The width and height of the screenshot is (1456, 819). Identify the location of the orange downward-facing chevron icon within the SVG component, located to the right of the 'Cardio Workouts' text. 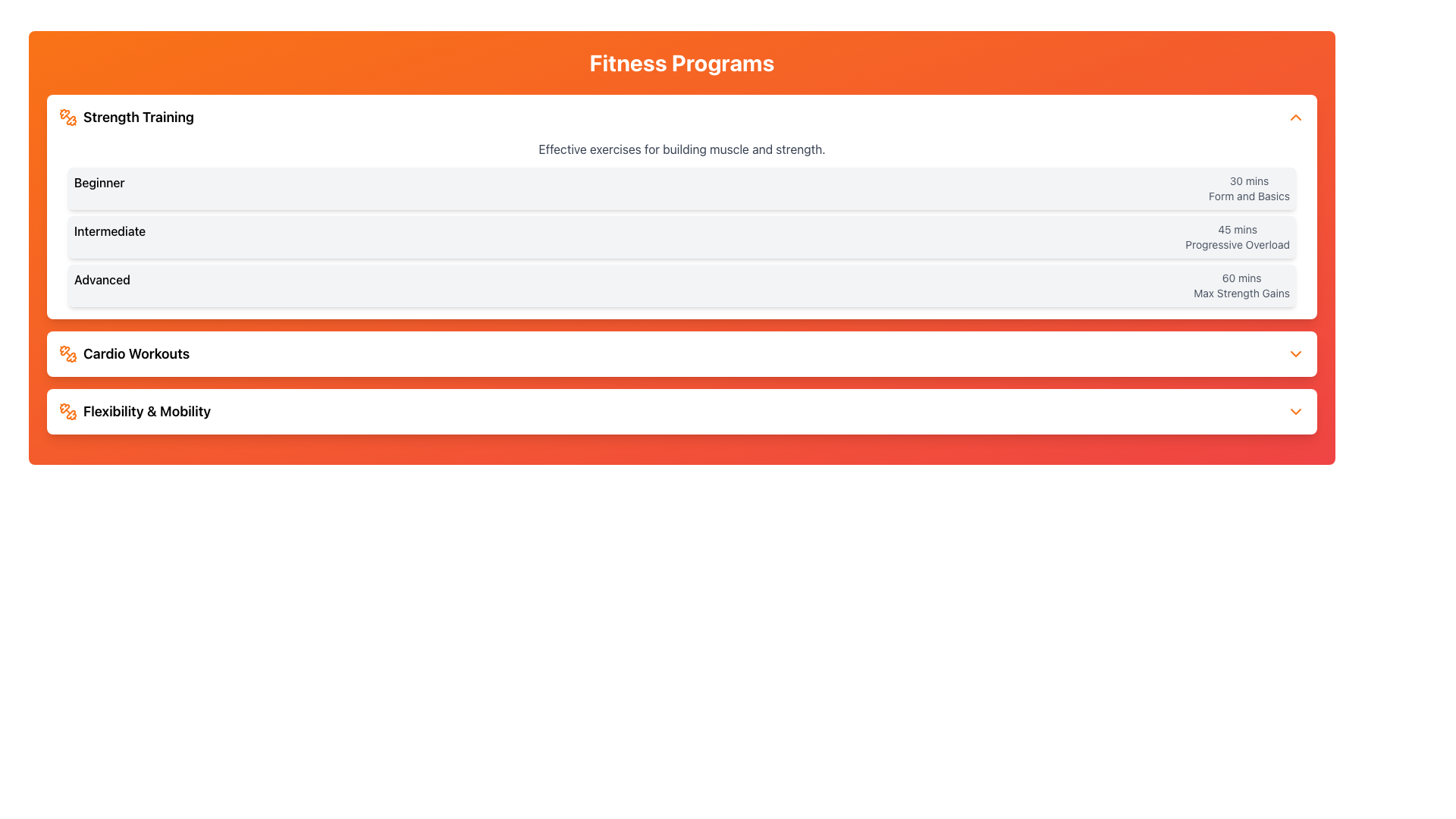
(1294, 353).